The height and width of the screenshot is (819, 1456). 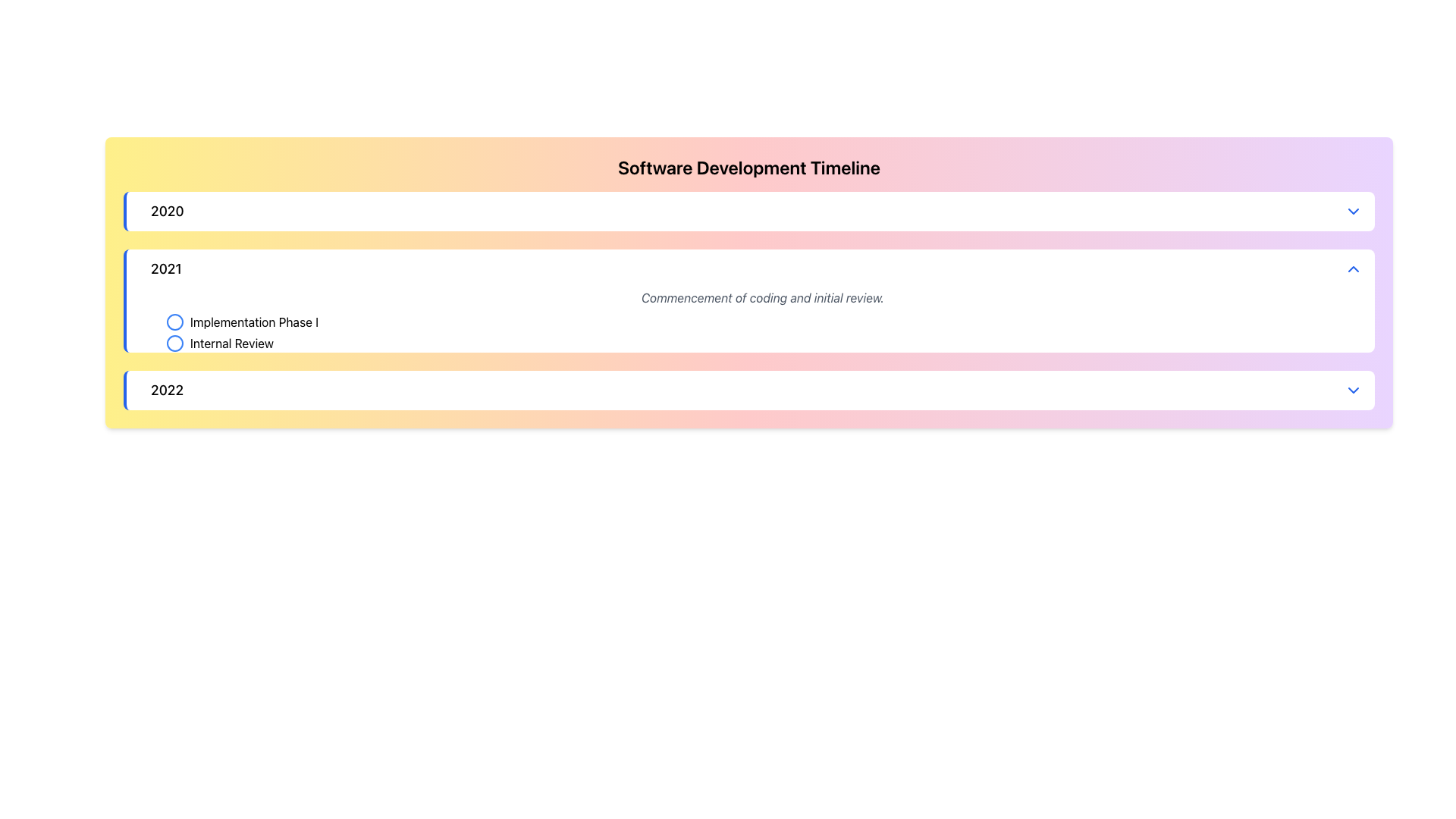 What do you see at coordinates (174, 343) in the screenshot?
I see `the icon positioned below the text '2021' and adjacent to the label 'Implementation Phase I' in the highlighted section for the year 2021` at bounding box center [174, 343].